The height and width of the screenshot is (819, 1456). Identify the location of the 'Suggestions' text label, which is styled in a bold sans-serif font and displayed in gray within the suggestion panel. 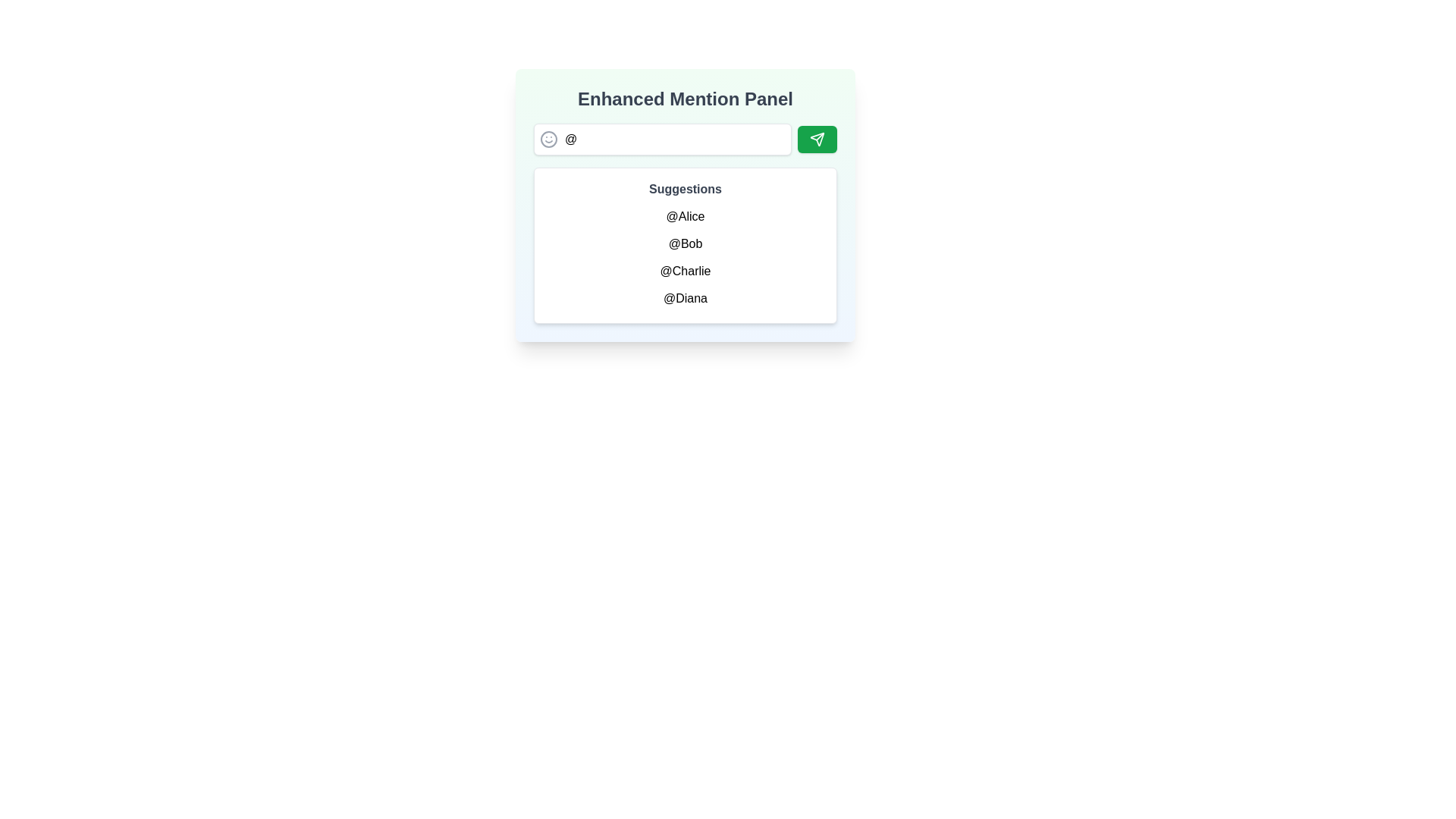
(684, 189).